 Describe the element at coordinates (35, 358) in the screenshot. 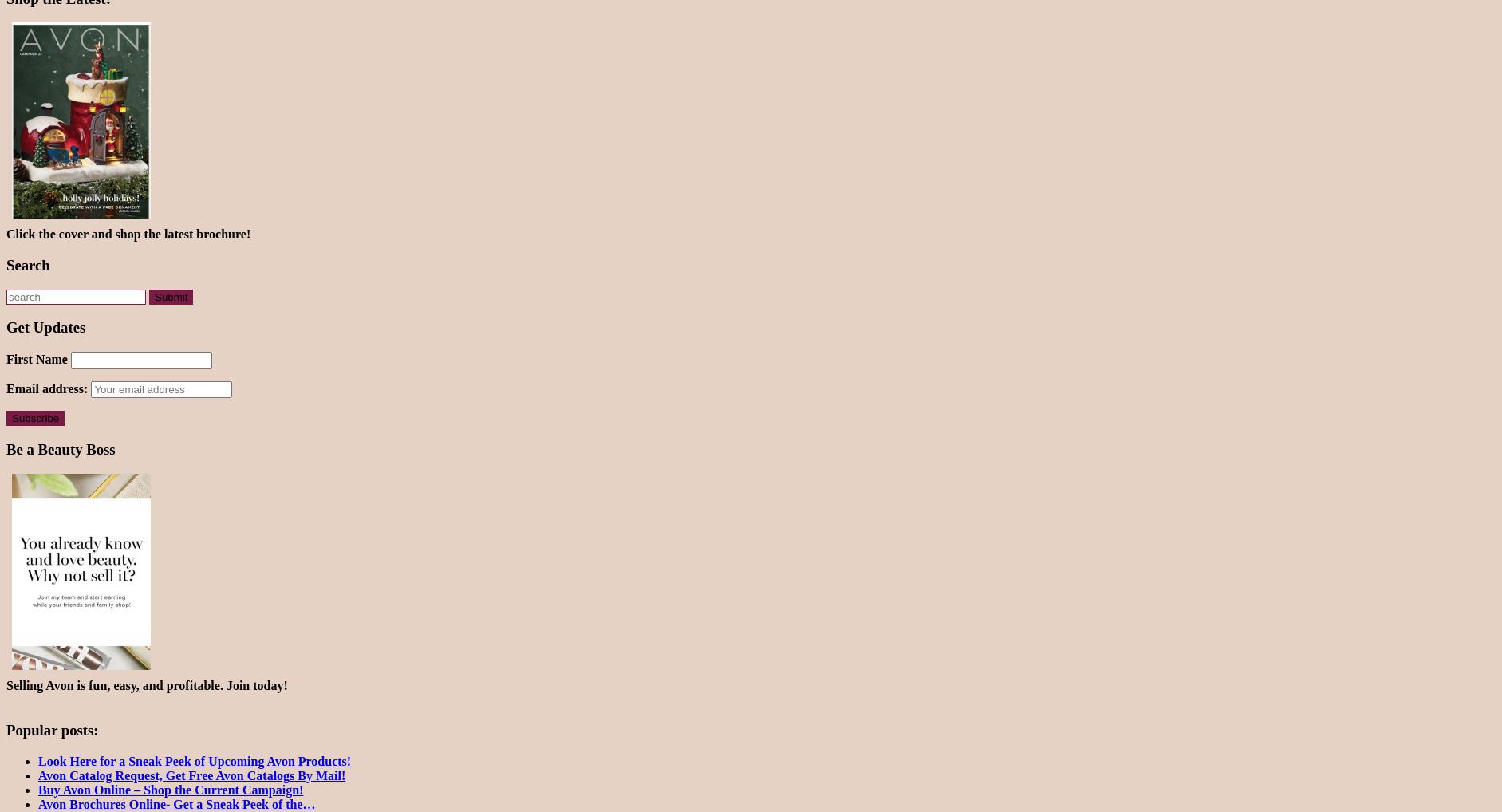

I see `'First Name'` at that location.